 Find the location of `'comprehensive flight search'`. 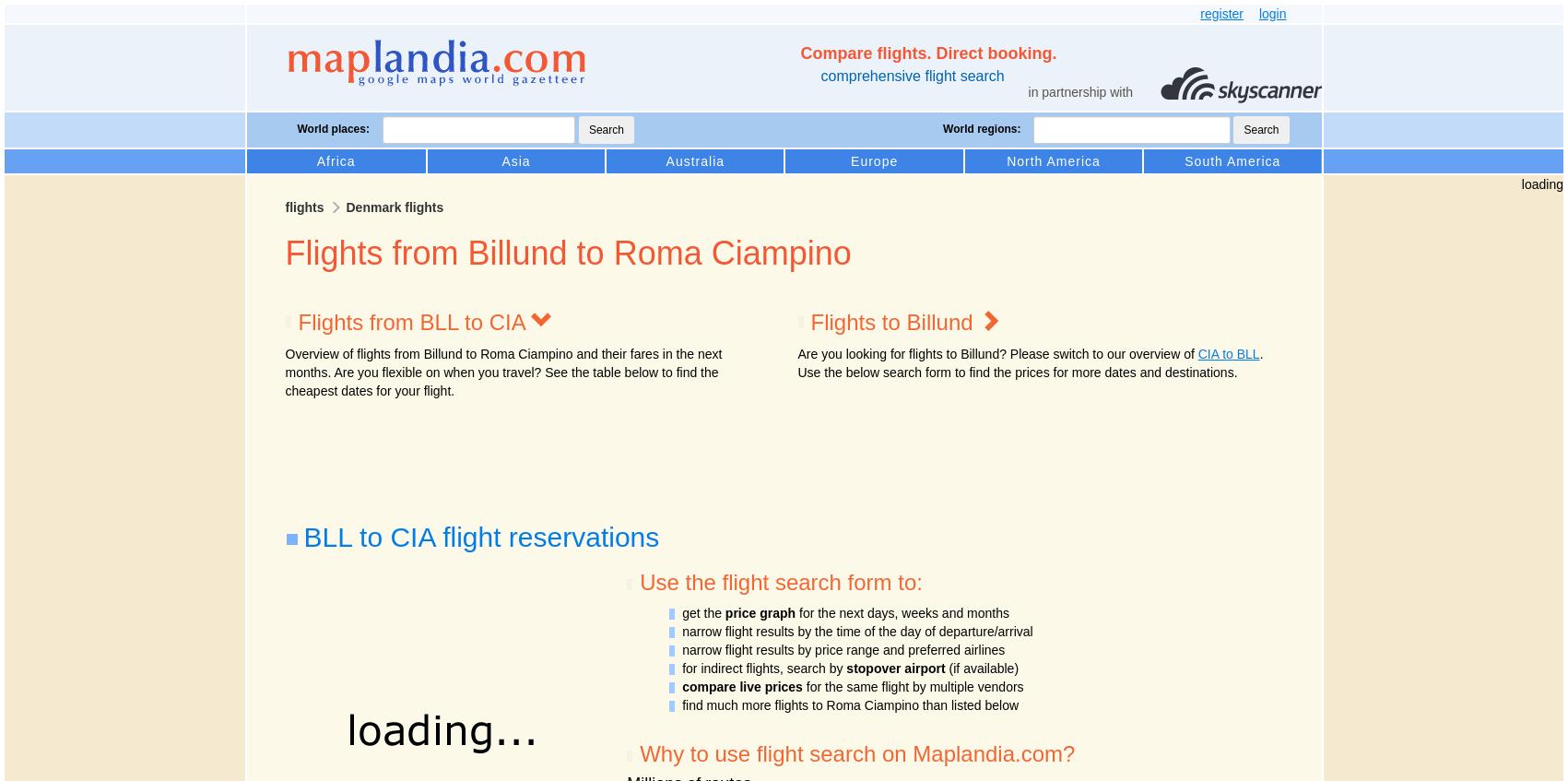

'comprehensive flight search' is located at coordinates (912, 75).